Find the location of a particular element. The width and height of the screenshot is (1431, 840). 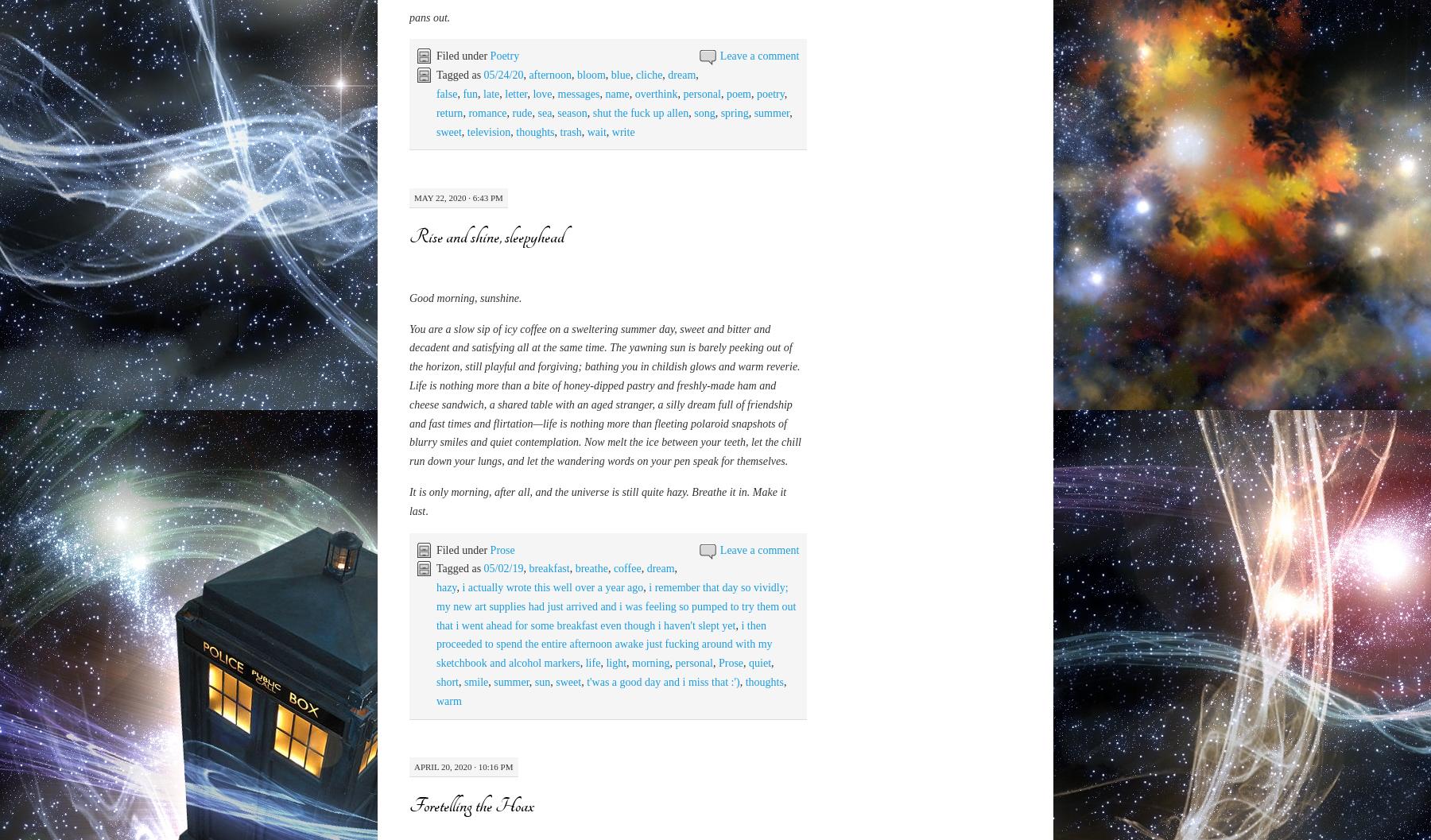

'bloom' is located at coordinates (590, 718).